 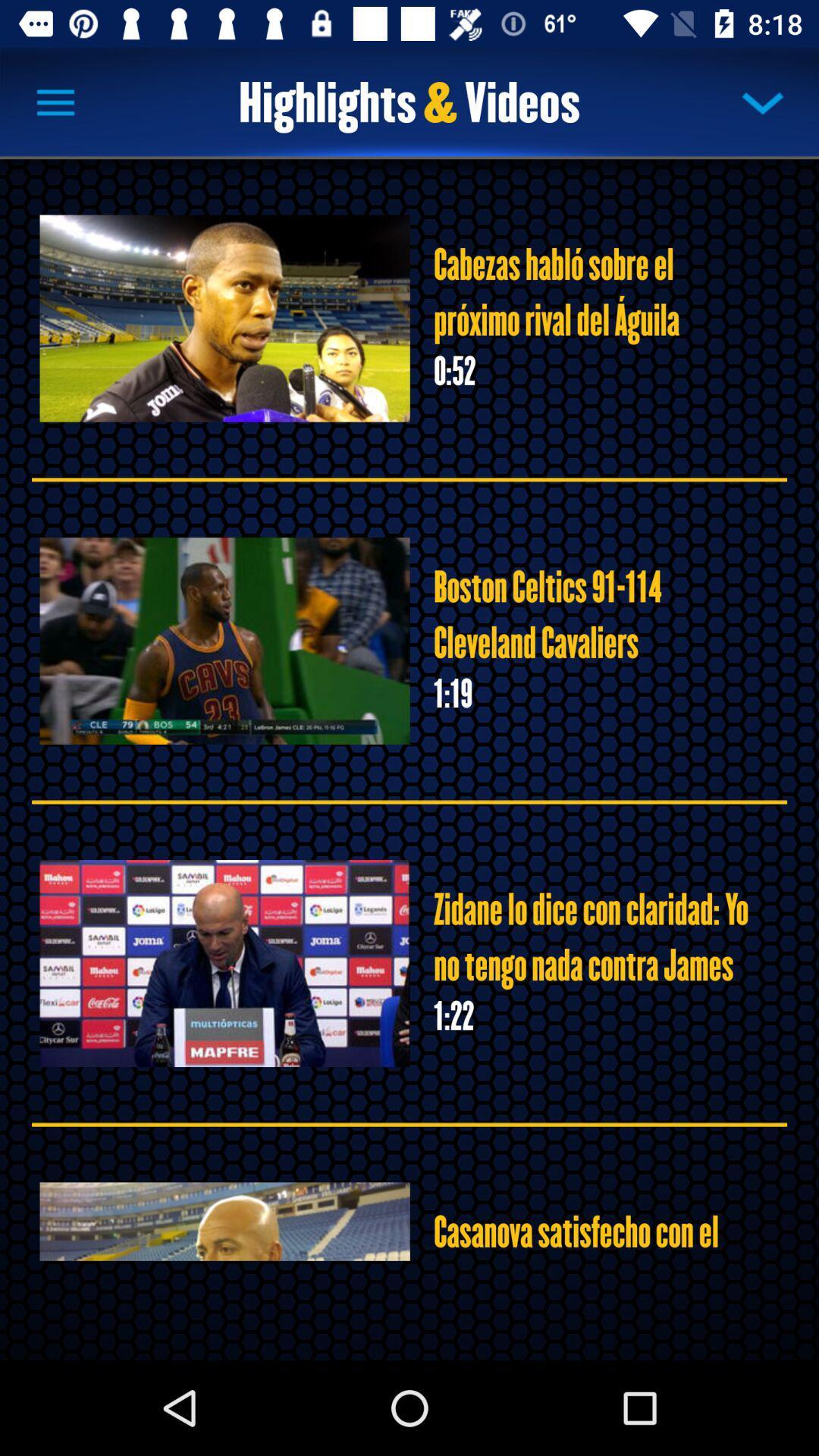 What do you see at coordinates (225, 962) in the screenshot?
I see `the third image in the page` at bounding box center [225, 962].